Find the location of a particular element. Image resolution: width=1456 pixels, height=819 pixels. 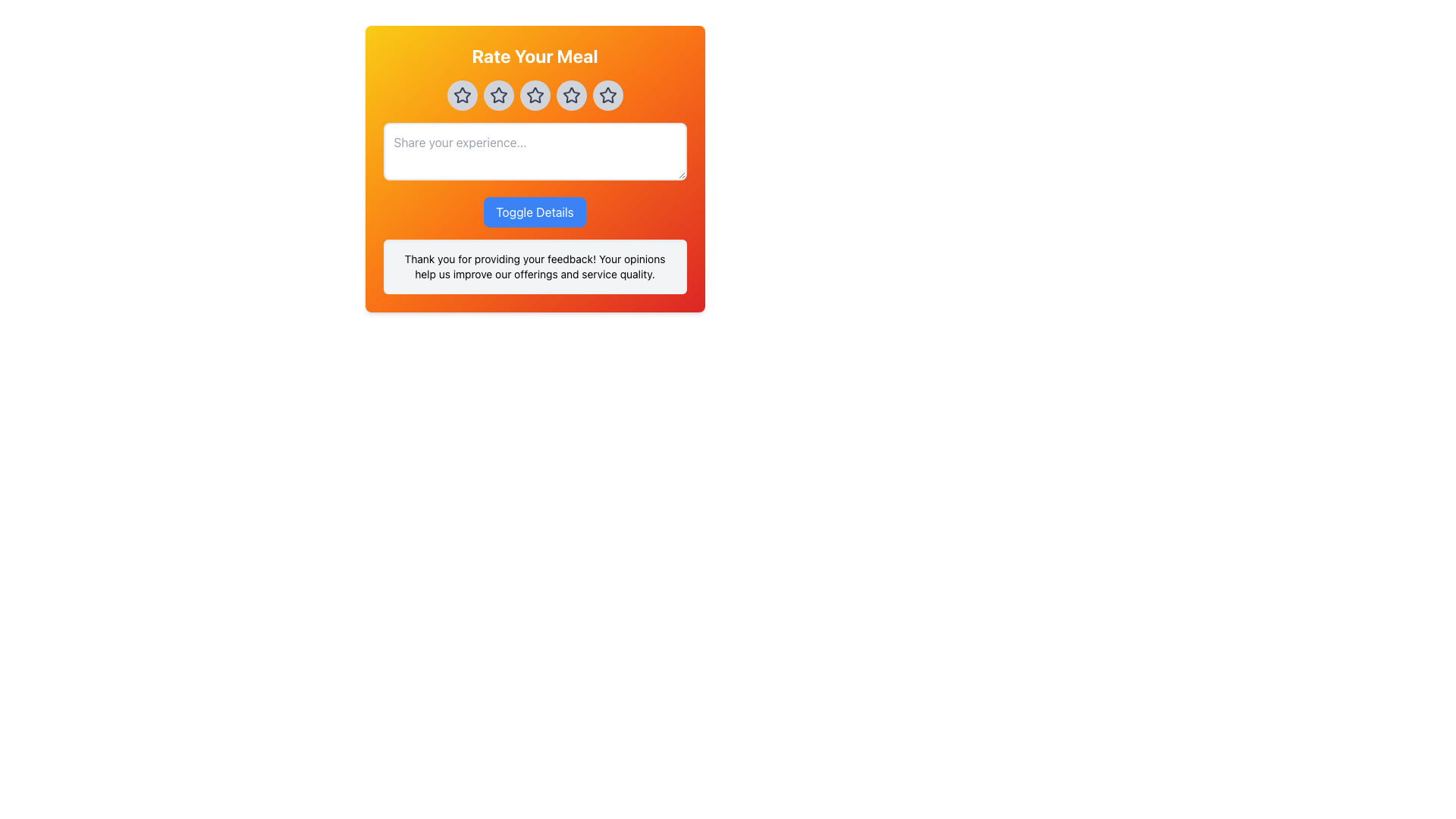

the third star icon in the rating section to record a three-star rating is located at coordinates (570, 96).